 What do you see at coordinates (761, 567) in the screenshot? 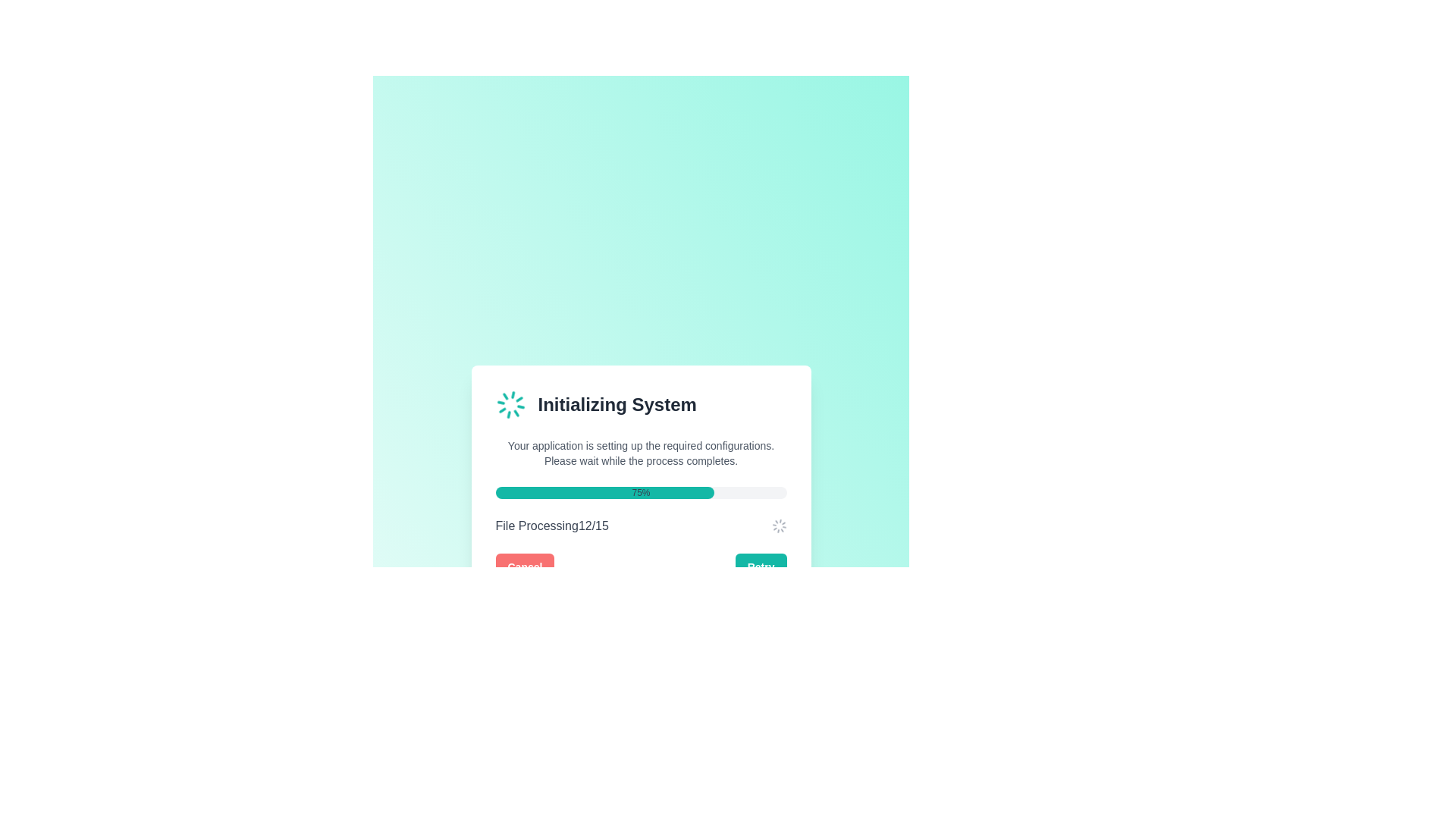
I see `the retry button located in the bottom-right corner of the modal interface` at bounding box center [761, 567].